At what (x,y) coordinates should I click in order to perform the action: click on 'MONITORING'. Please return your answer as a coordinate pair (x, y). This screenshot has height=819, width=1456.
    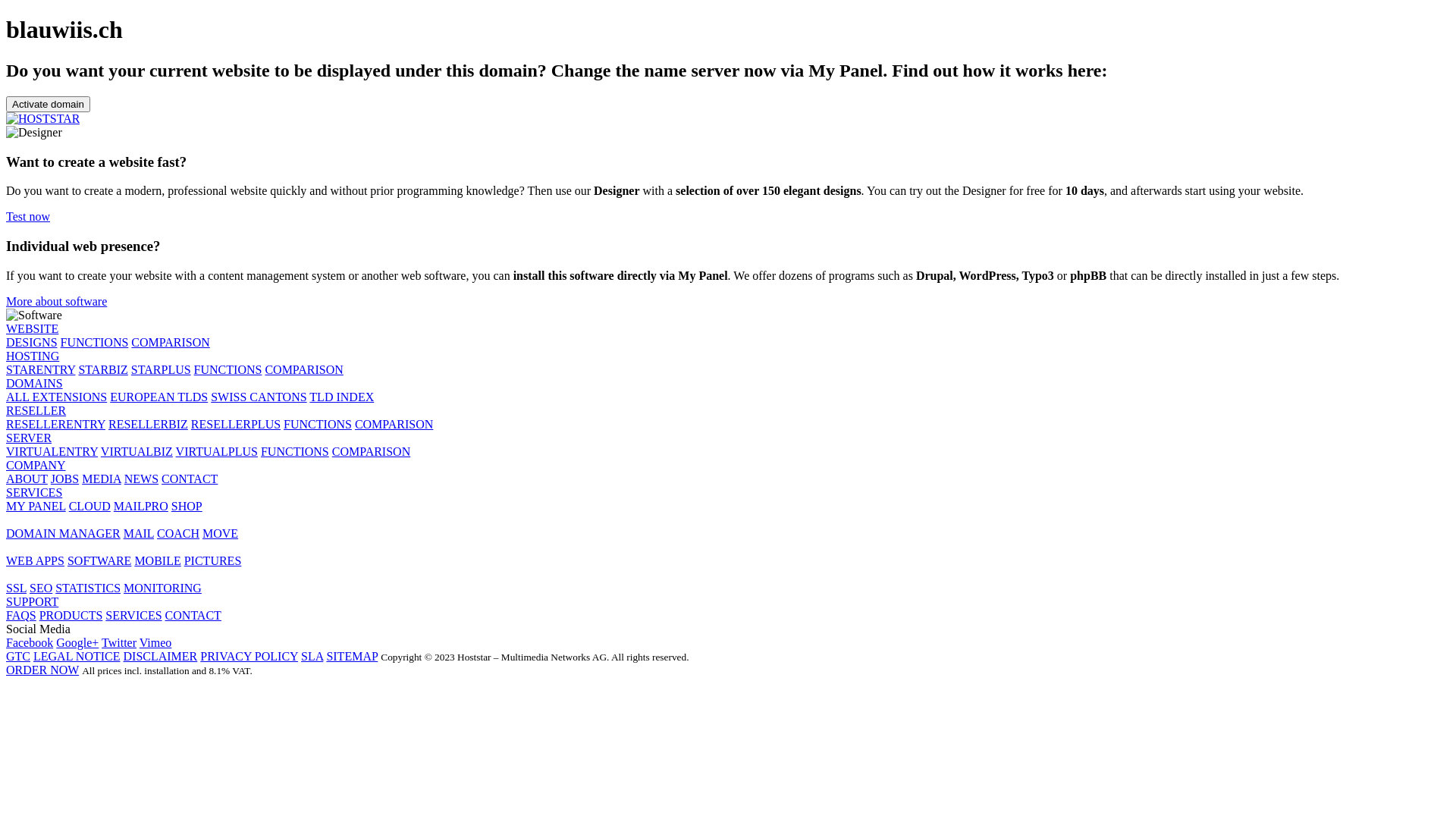
    Looking at the image, I should click on (162, 587).